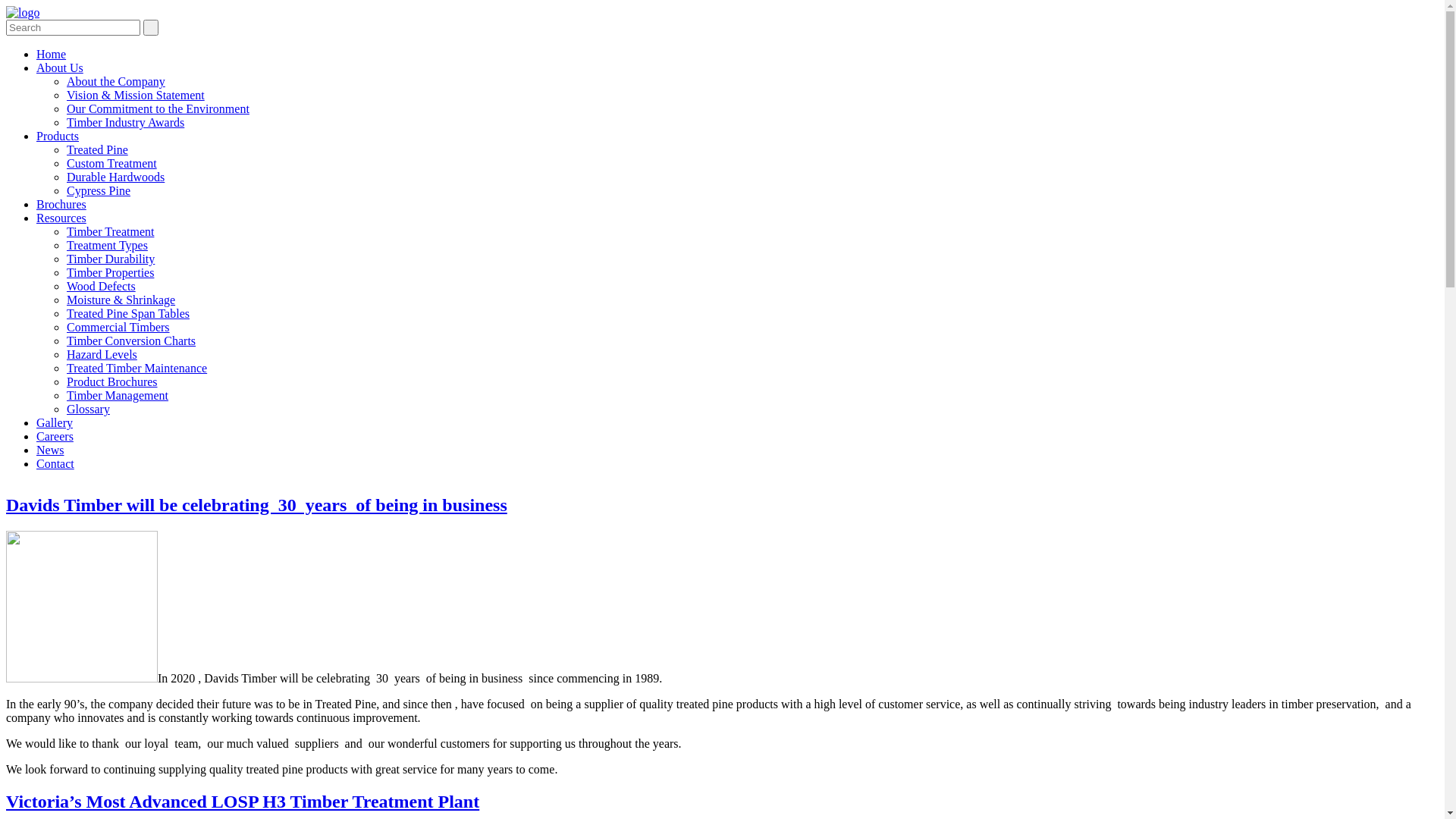 The image size is (1456, 819). What do you see at coordinates (65, 368) in the screenshot?
I see `'Treated Timber Maintenance'` at bounding box center [65, 368].